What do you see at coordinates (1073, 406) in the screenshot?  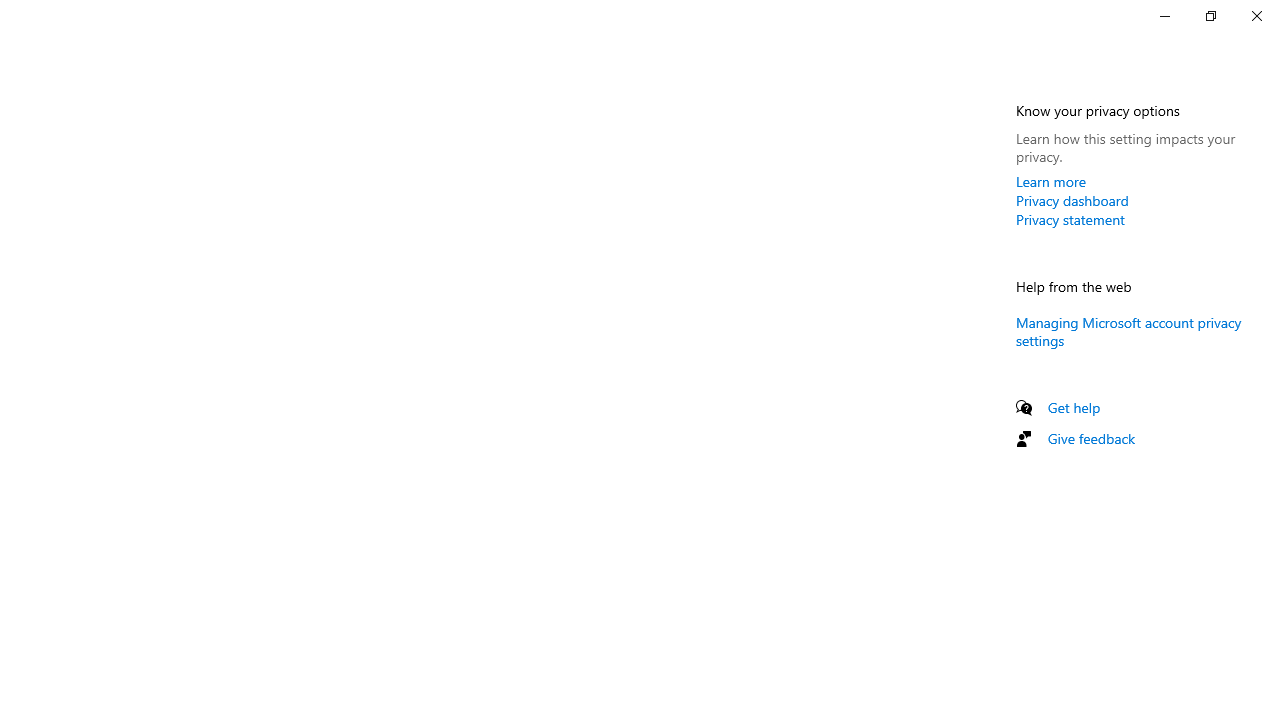 I see `'Get help'` at bounding box center [1073, 406].